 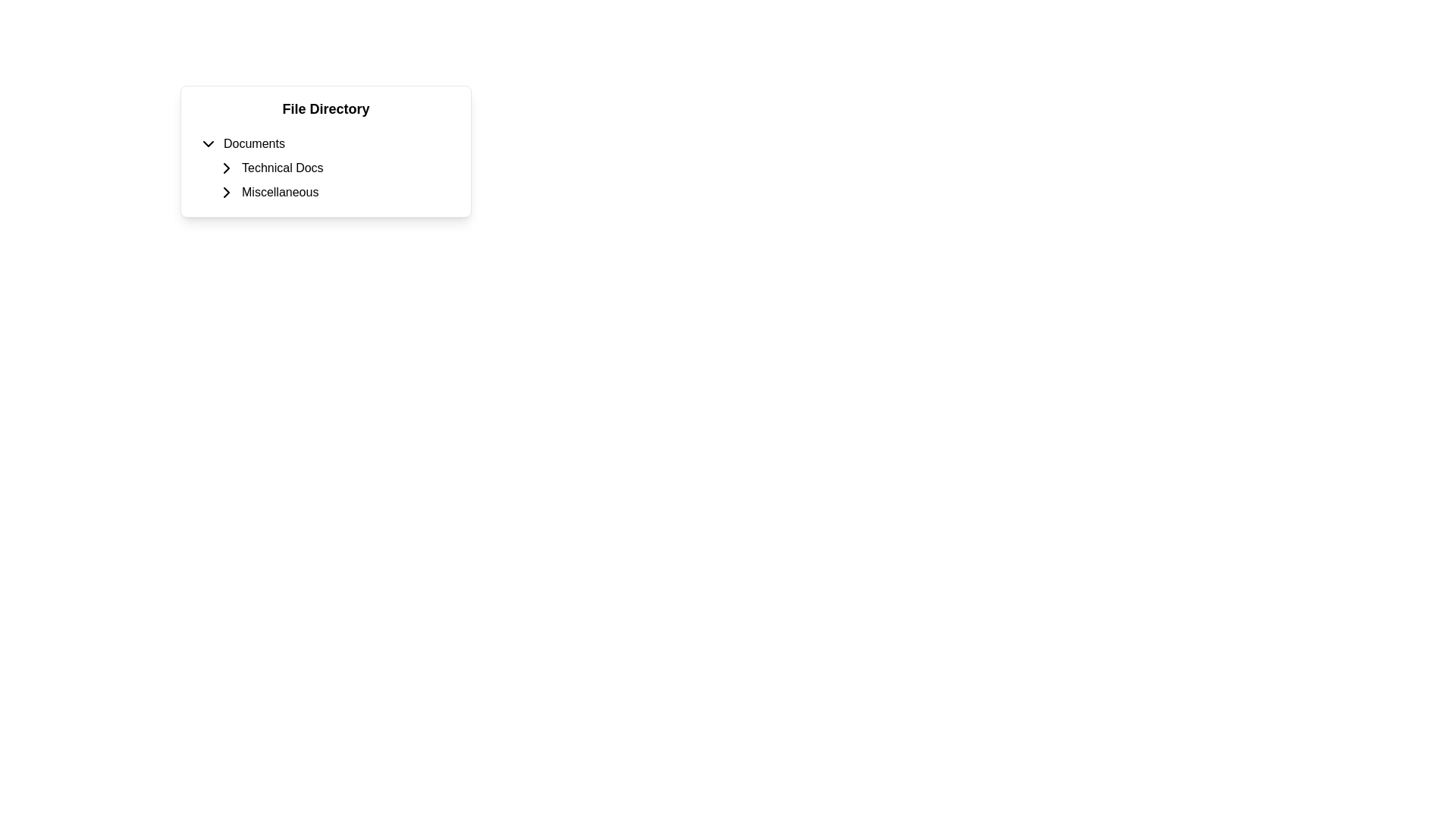 What do you see at coordinates (325, 168) in the screenshot?
I see `the second major grouping item in the hierarchical navigation menu located in the 'File Directory' box` at bounding box center [325, 168].